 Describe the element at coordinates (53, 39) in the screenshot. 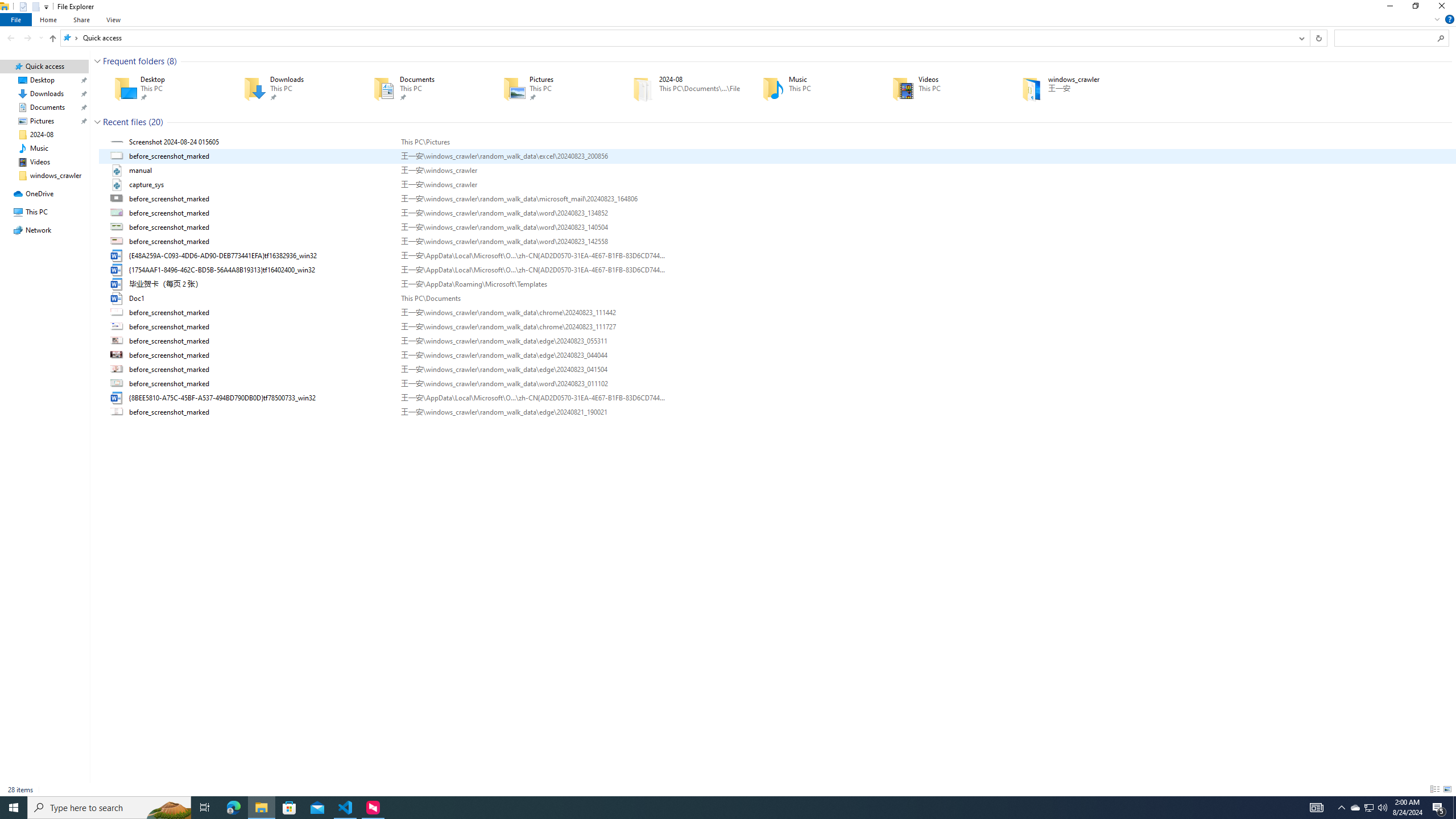

I see `'Up band toolbar'` at that location.